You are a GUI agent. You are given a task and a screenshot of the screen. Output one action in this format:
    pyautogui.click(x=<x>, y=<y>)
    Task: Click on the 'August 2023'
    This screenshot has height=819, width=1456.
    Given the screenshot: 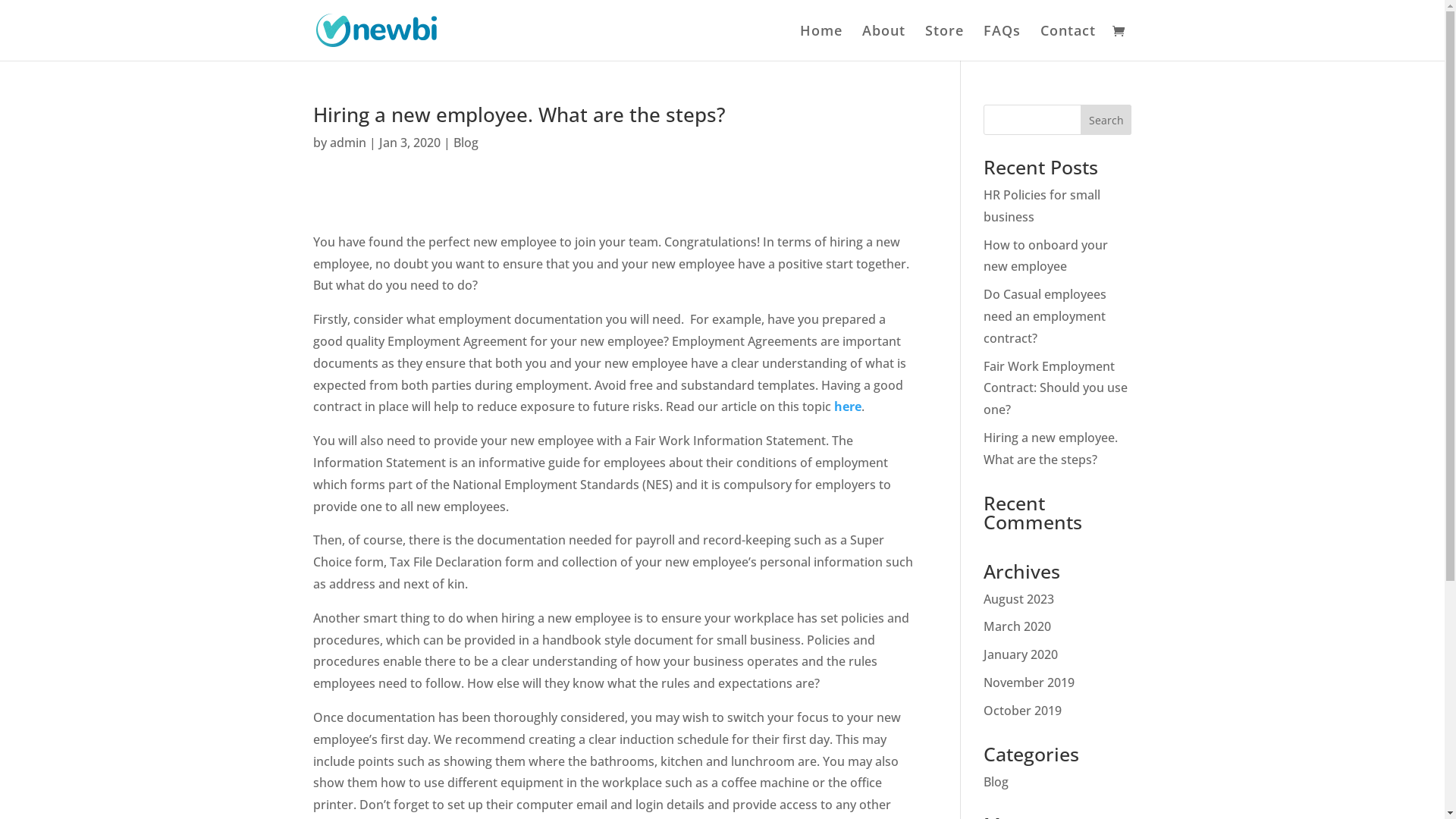 What is the action you would take?
    pyautogui.click(x=1018, y=598)
    